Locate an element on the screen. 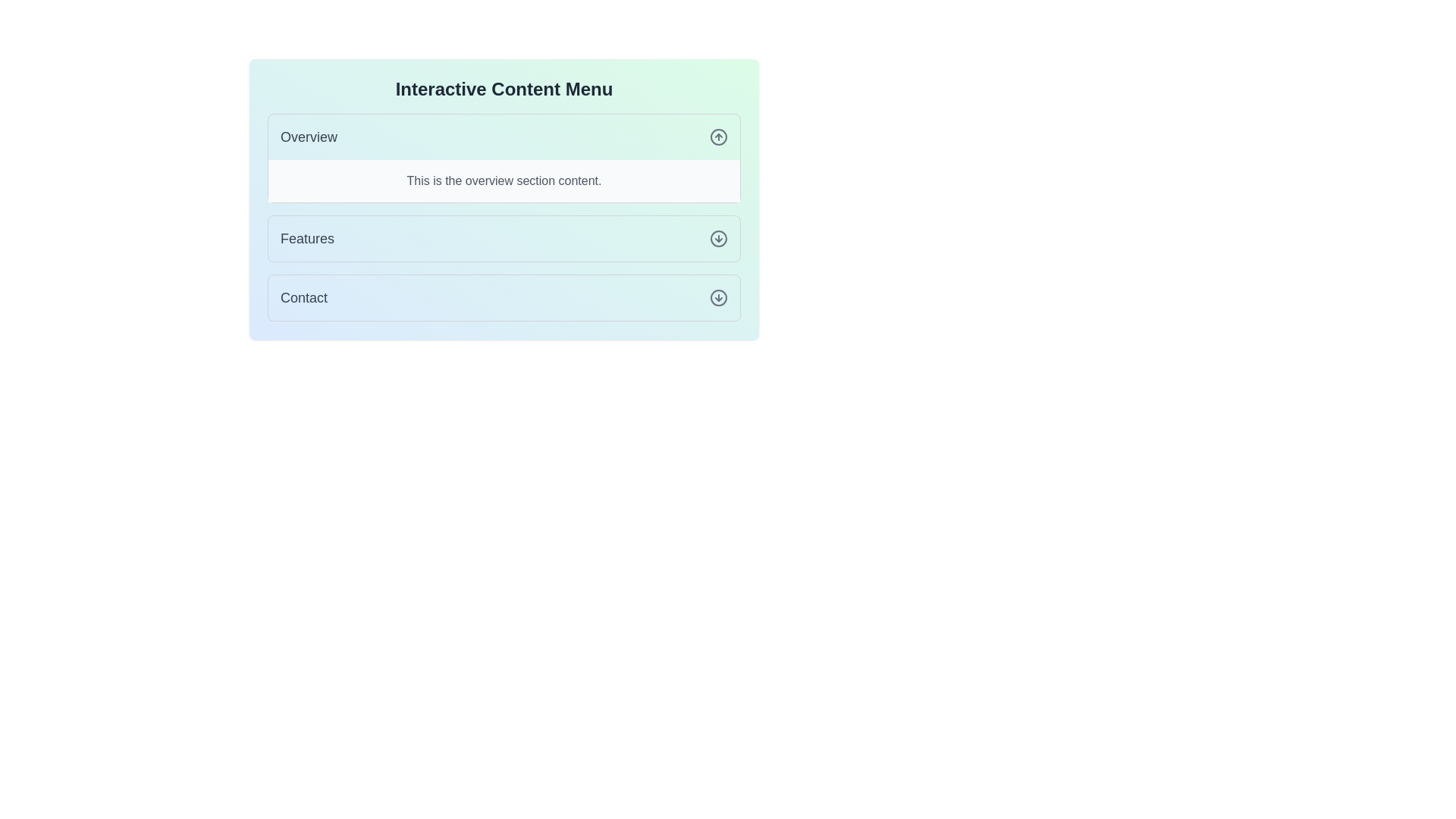 This screenshot has height=819, width=1456. the 'Features' text label in the middle of the menu list for selection is located at coordinates (306, 239).